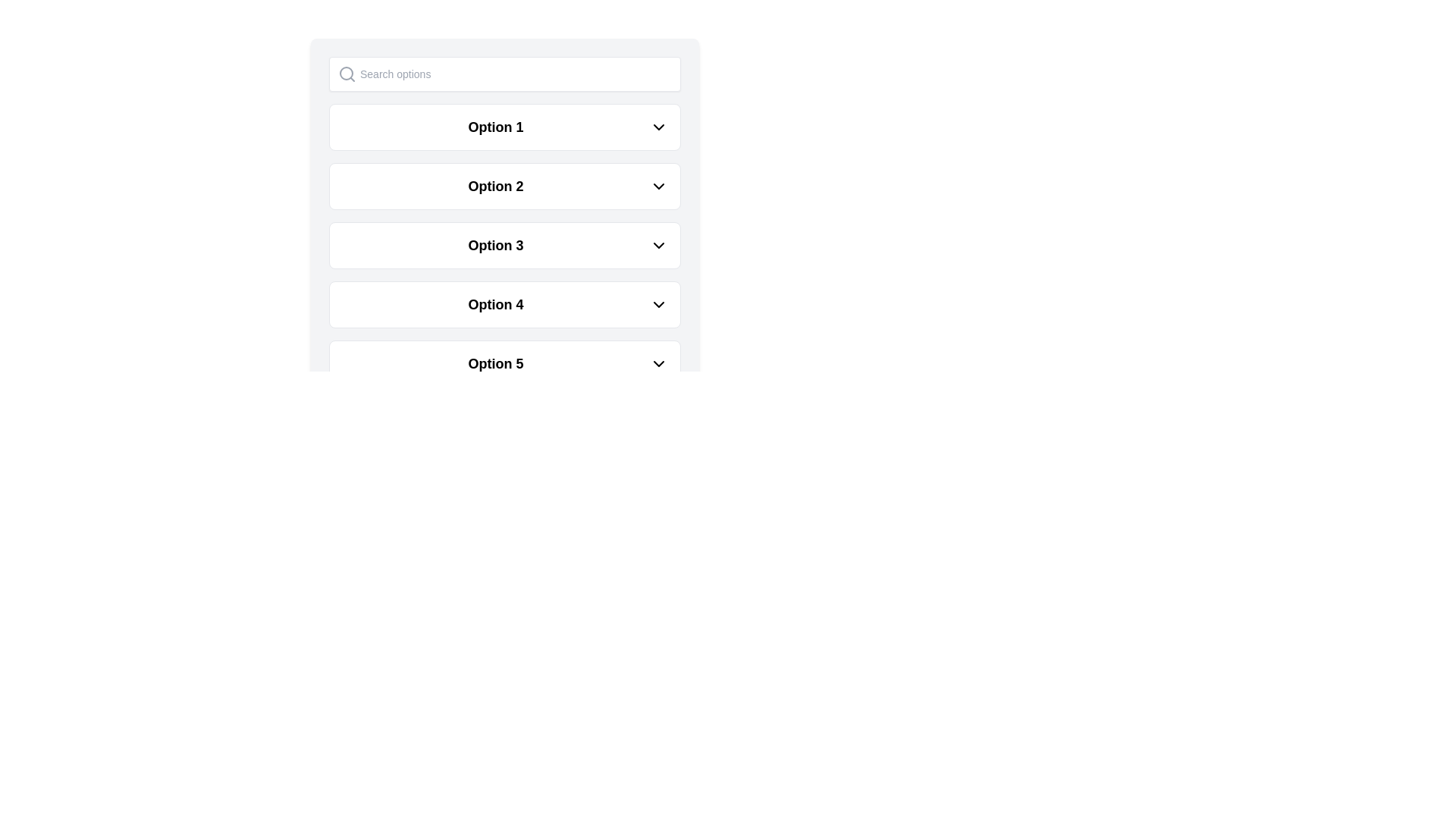 This screenshot has height=819, width=1456. Describe the element at coordinates (495, 304) in the screenshot. I see `the selectable text element 'Option 4' within the interactive list item, which is the fourth item in a vertical list` at that location.